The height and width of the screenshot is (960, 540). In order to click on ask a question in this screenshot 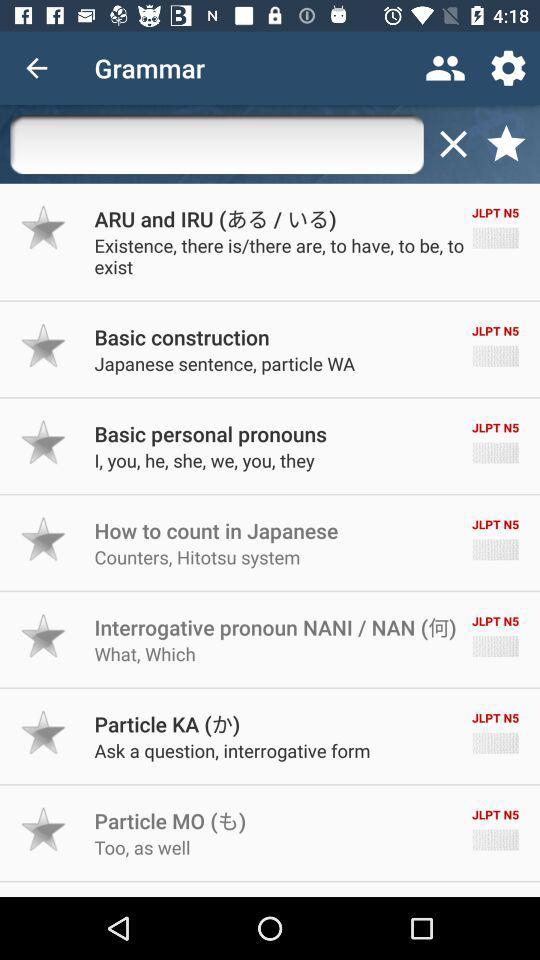, I will do `click(231, 749)`.